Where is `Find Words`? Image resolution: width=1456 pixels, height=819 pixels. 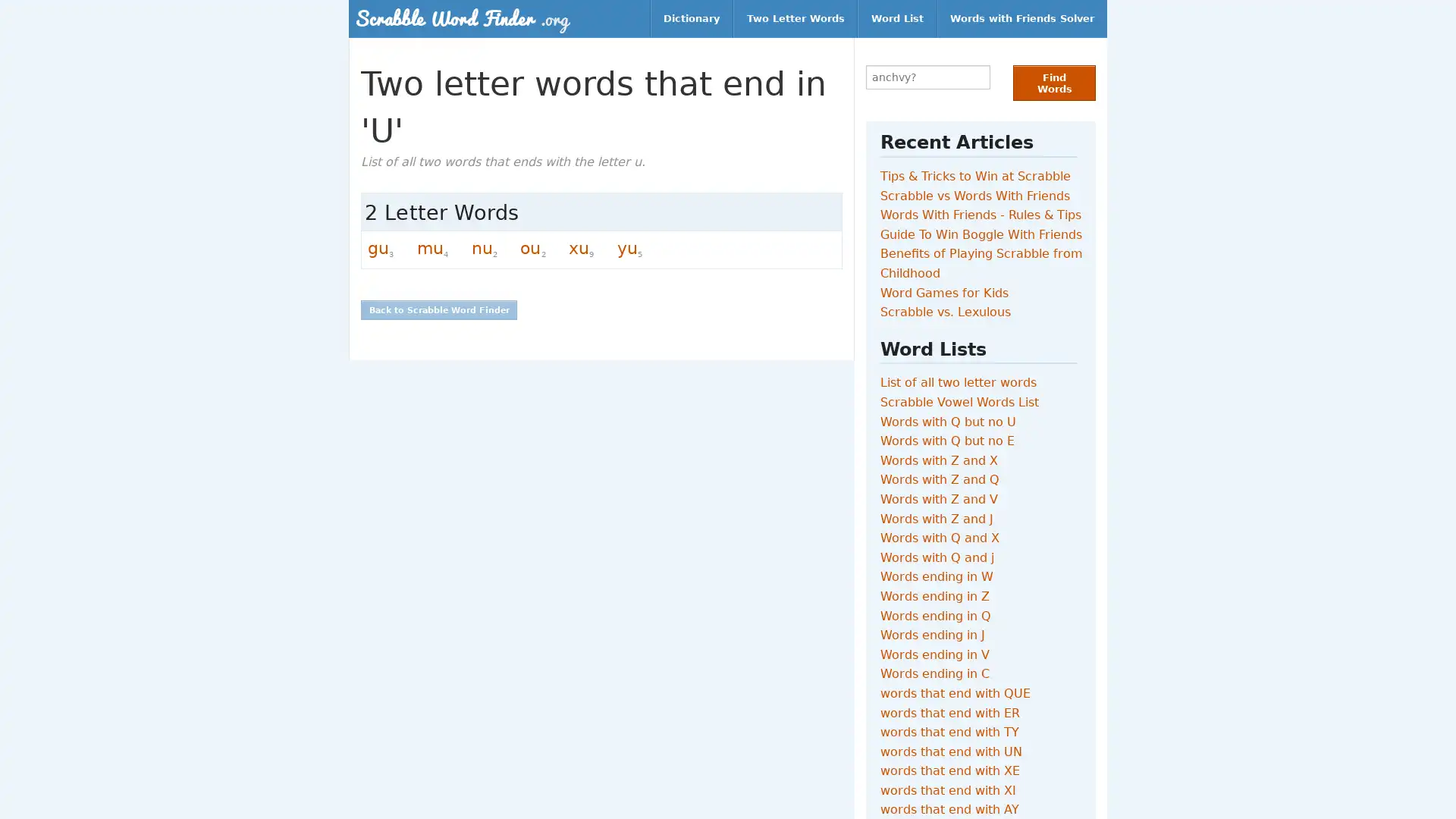
Find Words is located at coordinates (1053, 83).